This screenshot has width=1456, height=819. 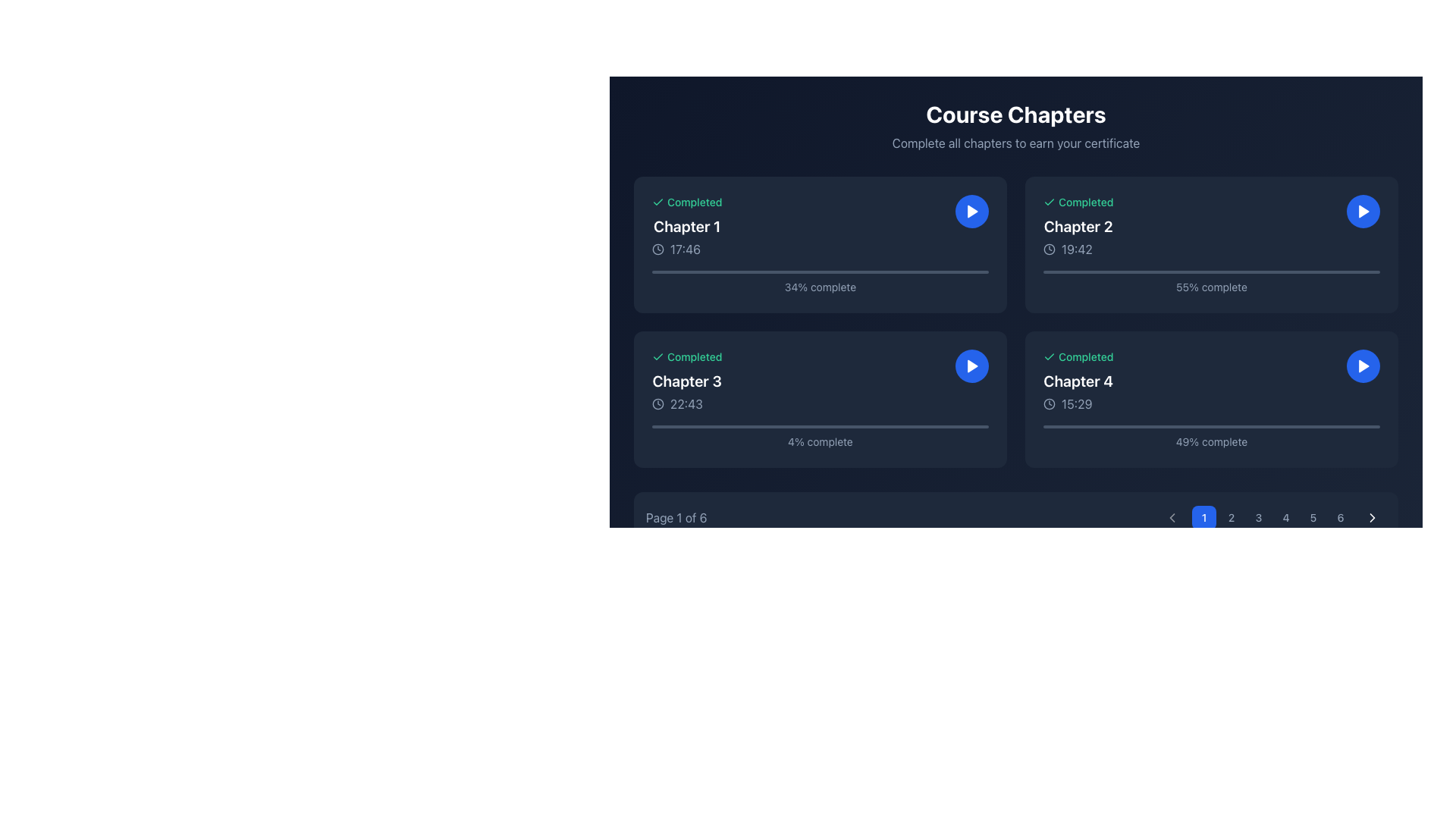 I want to click on the 'Next' icon located at the far-right of the pagination control bar, so click(x=1372, y=516).